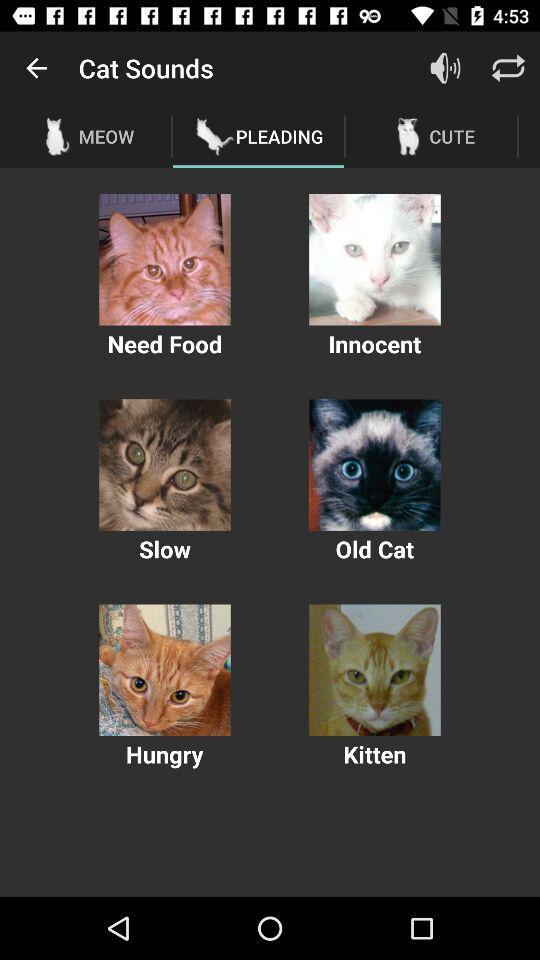  Describe the element at coordinates (374, 465) in the screenshot. I see `old cat sounds` at that location.